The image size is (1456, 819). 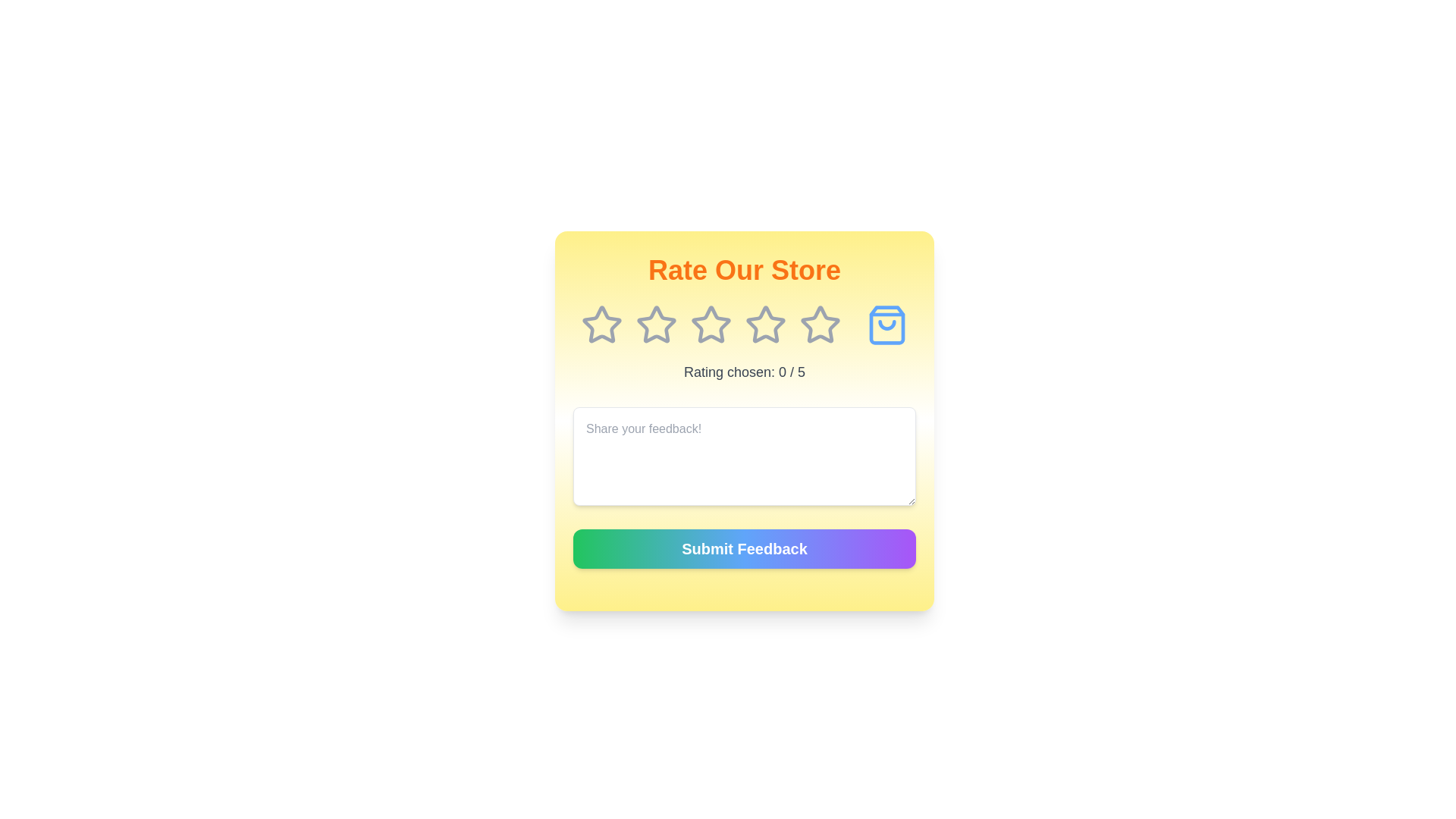 I want to click on the star corresponding to the desired rating 4 to set the rating, so click(x=765, y=324).